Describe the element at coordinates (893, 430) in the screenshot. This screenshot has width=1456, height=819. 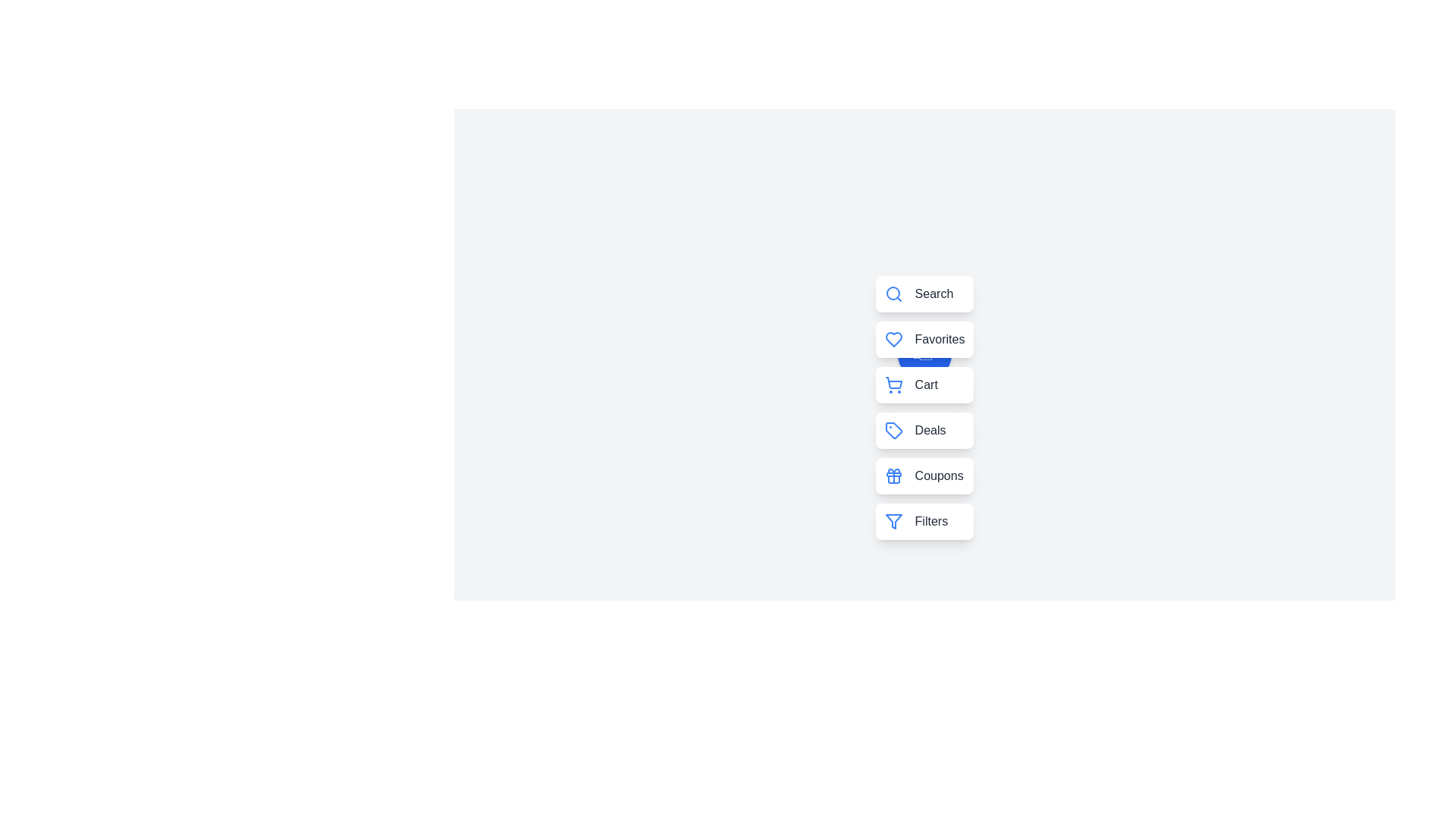
I see `the deals or offers icon positioned as the fourth element in a vertical list, located beneath the cart icon and above the gift icon` at that location.